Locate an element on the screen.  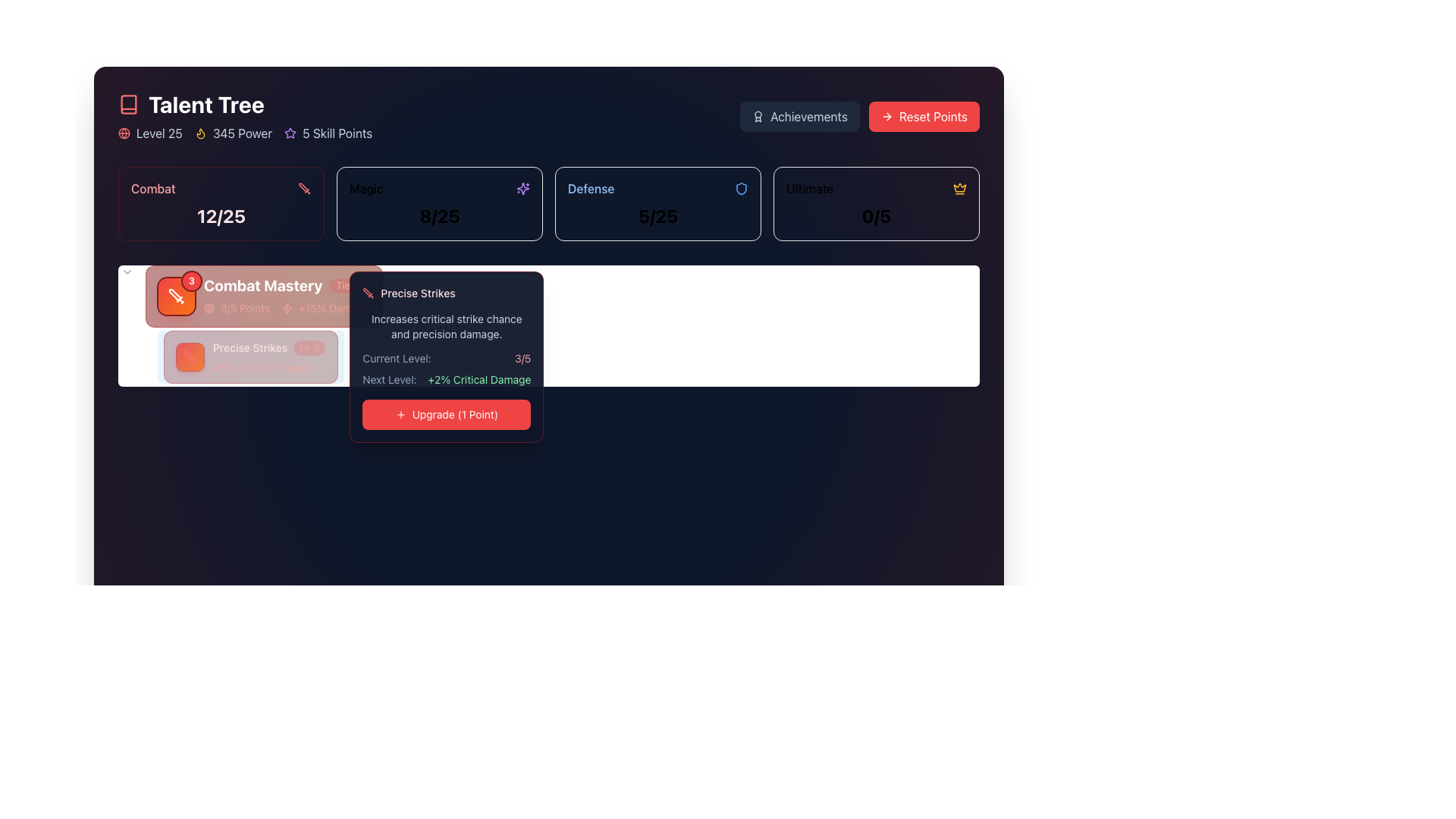
the interactive icon or button located in the 'Magic' section, which serves as an indicator for adding a category to favorites is located at coordinates (488, 242).